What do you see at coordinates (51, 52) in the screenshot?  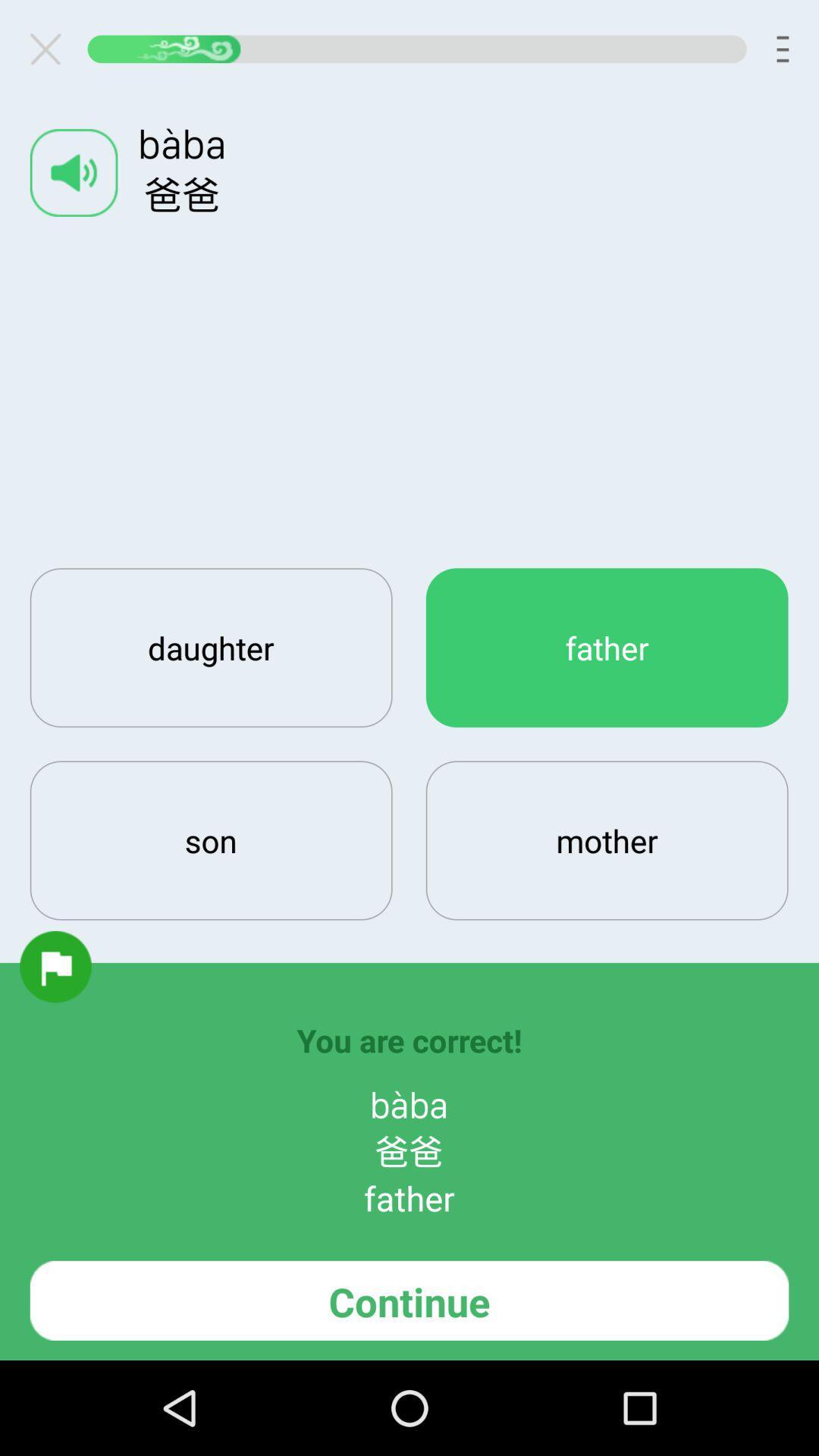 I see `the close icon` at bounding box center [51, 52].